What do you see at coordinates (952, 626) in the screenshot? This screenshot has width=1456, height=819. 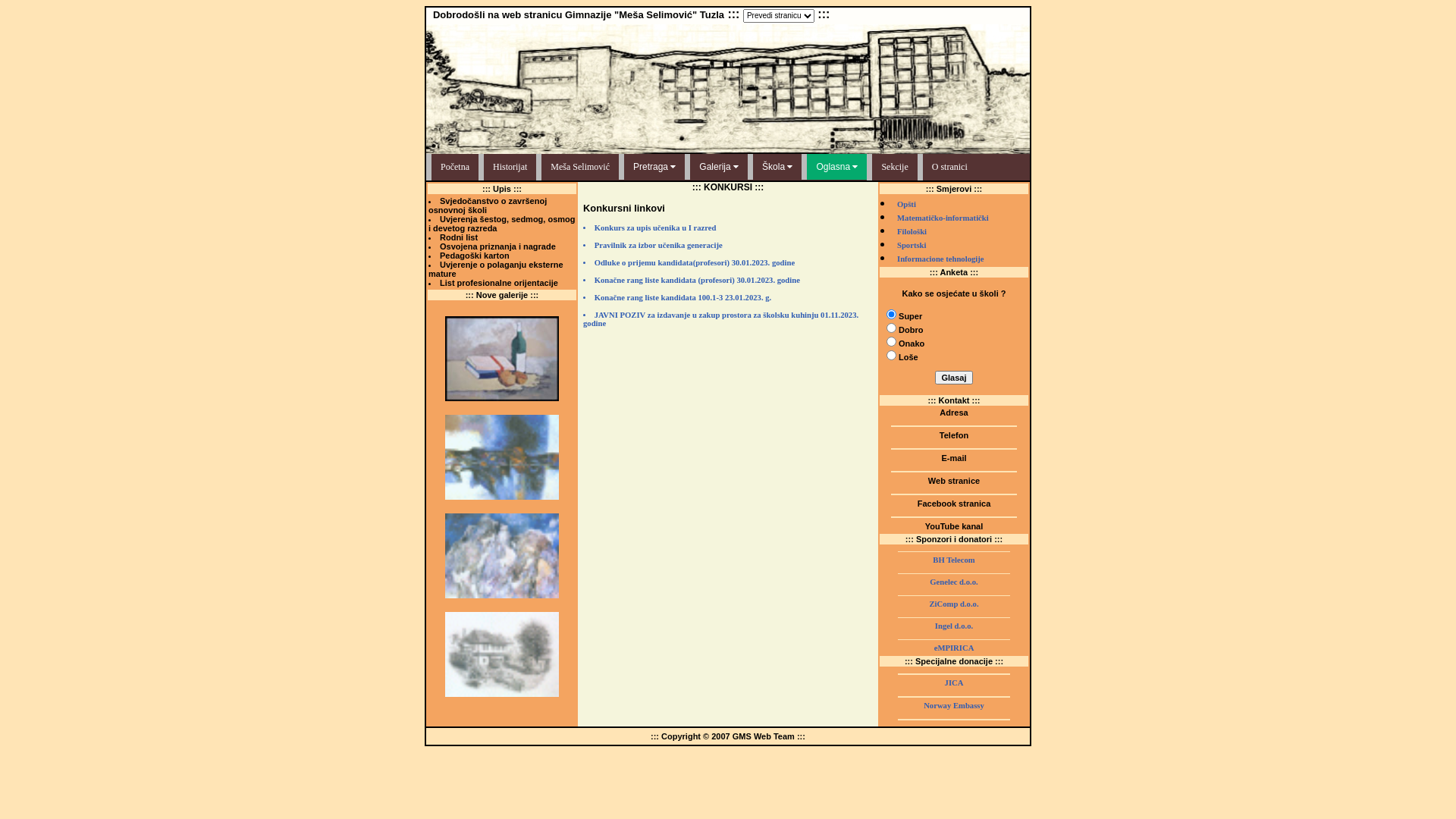 I see `'Ingel d.o.o.'` at bounding box center [952, 626].